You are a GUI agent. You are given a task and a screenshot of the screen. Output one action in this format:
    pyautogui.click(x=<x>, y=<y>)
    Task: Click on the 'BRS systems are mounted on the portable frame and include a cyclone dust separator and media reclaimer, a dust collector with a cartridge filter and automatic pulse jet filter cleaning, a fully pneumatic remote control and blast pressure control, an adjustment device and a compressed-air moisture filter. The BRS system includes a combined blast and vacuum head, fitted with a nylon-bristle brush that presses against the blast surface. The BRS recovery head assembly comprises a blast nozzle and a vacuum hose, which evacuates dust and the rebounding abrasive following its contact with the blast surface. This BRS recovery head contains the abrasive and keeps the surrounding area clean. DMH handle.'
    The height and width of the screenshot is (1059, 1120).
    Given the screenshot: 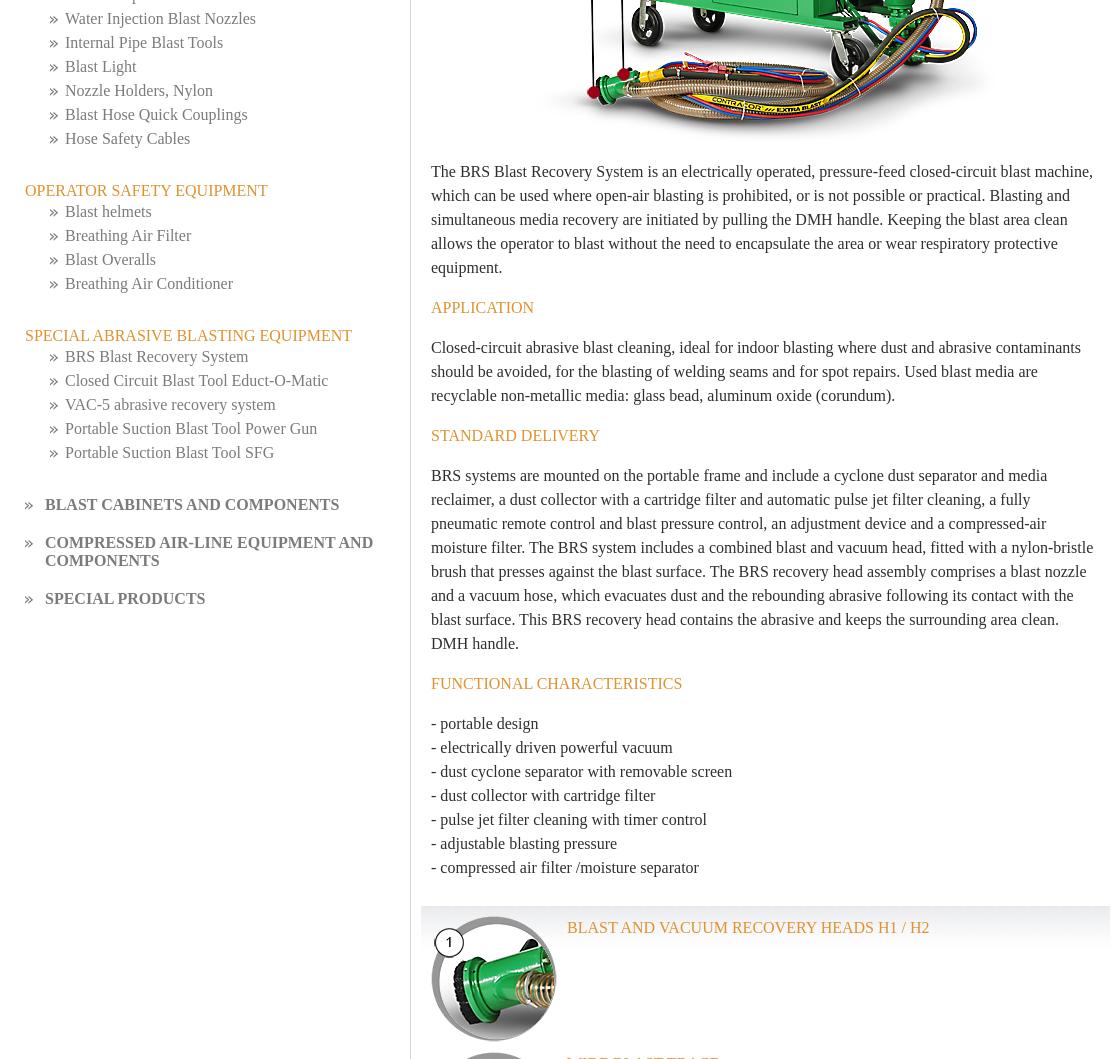 What is the action you would take?
    pyautogui.click(x=762, y=557)
    